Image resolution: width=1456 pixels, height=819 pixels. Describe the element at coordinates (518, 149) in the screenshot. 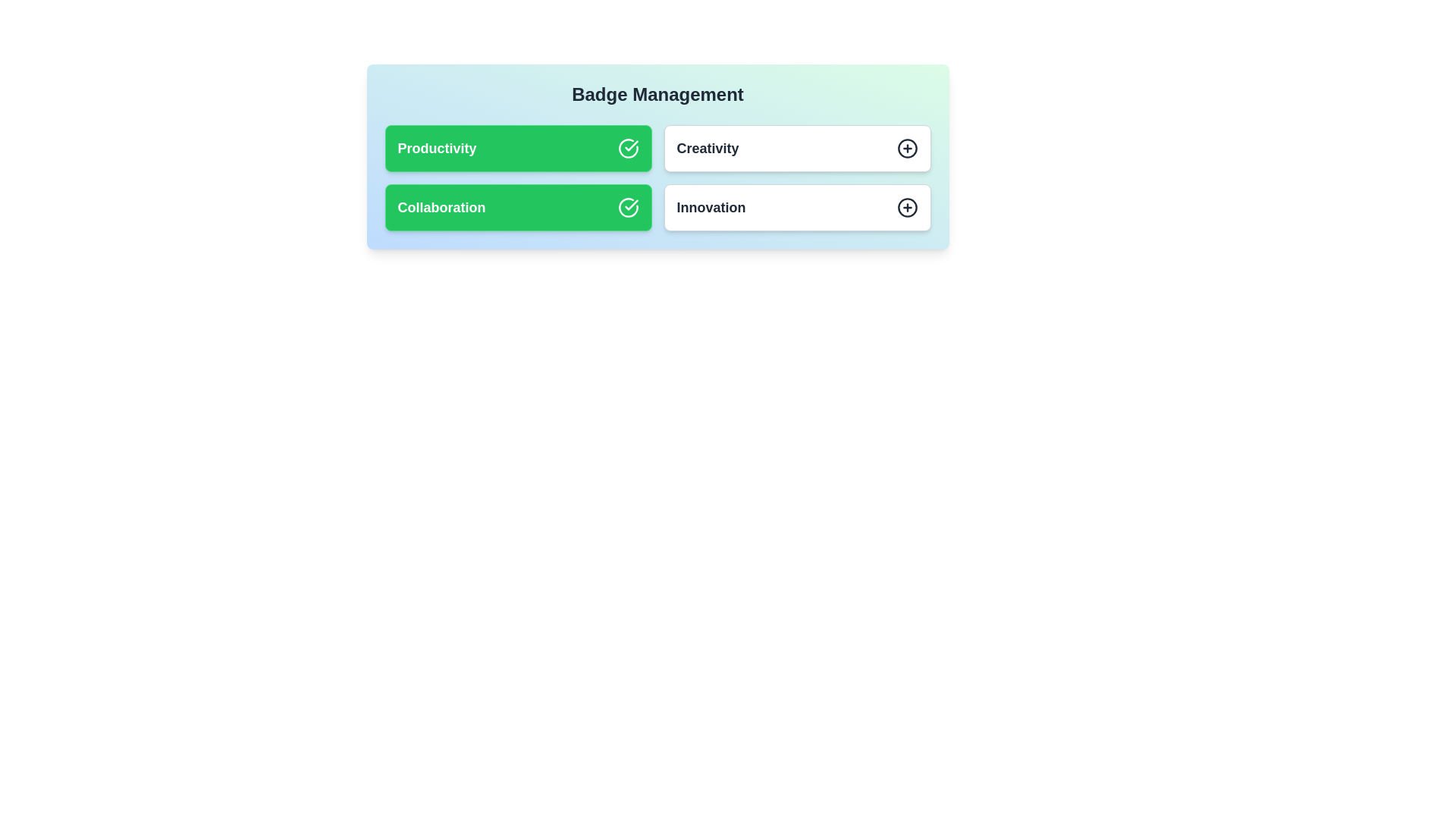

I see `the badge labeled Productivity` at that location.